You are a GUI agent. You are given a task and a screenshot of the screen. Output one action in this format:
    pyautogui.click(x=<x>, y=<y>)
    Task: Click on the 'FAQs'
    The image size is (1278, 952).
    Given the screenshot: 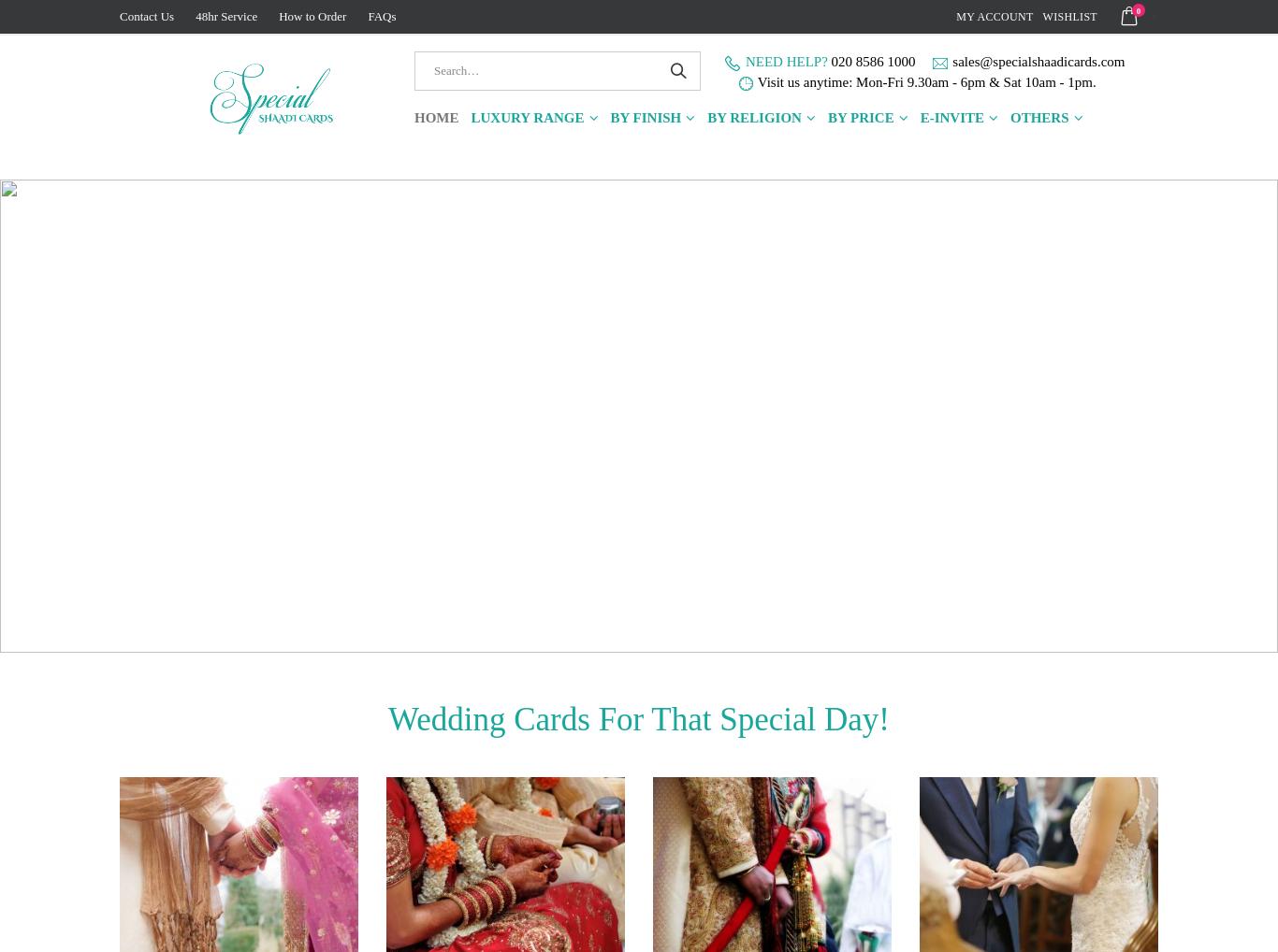 What is the action you would take?
    pyautogui.click(x=381, y=15)
    